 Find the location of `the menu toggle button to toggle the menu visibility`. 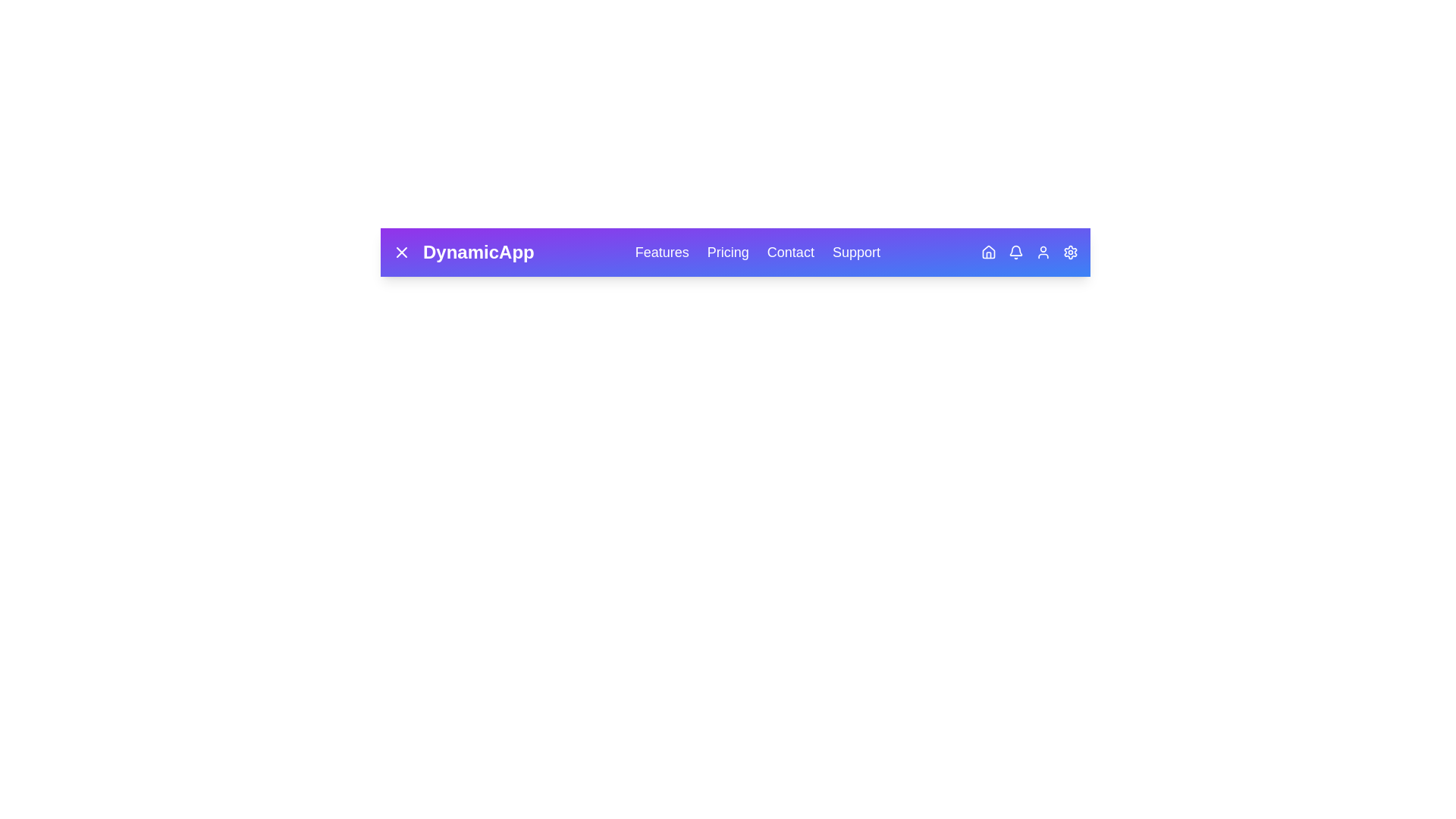

the menu toggle button to toggle the menu visibility is located at coordinates (401, 251).